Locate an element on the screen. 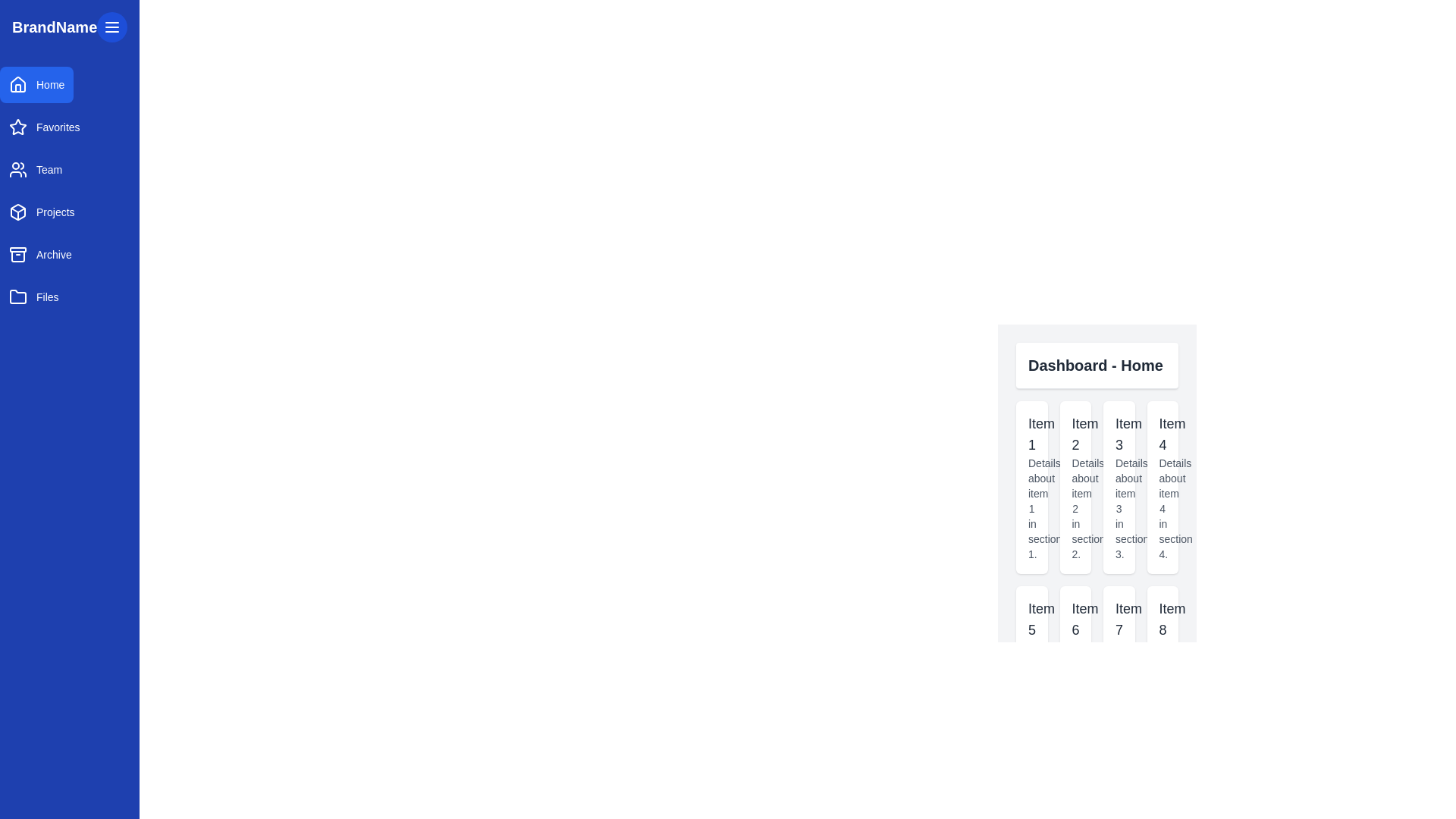 Image resolution: width=1456 pixels, height=819 pixels. the text label displaying the caption 'Item 6' is located at coordinates (1075, 620).